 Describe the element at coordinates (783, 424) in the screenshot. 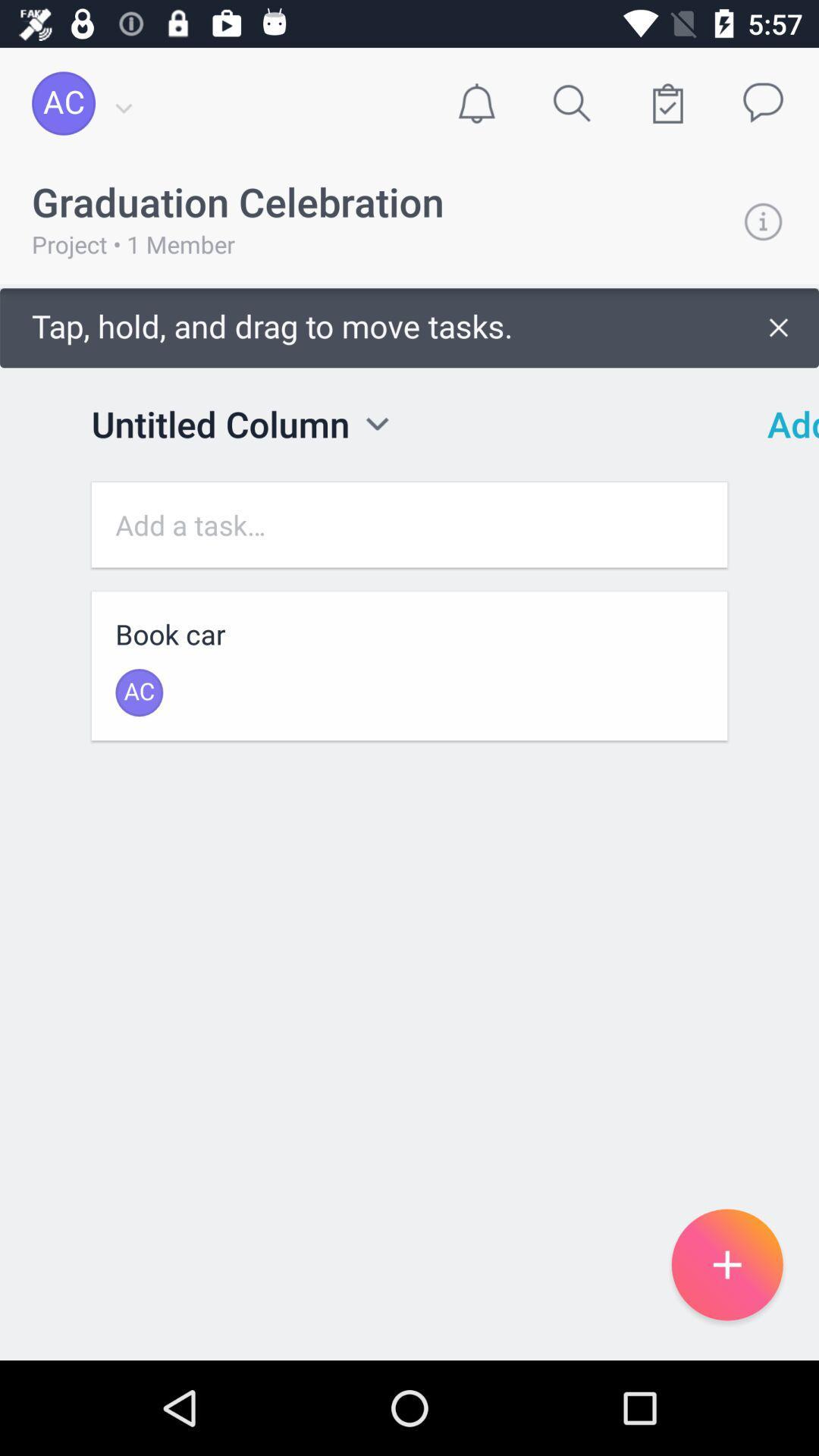

I see `icon below tap hold and item` at that location.